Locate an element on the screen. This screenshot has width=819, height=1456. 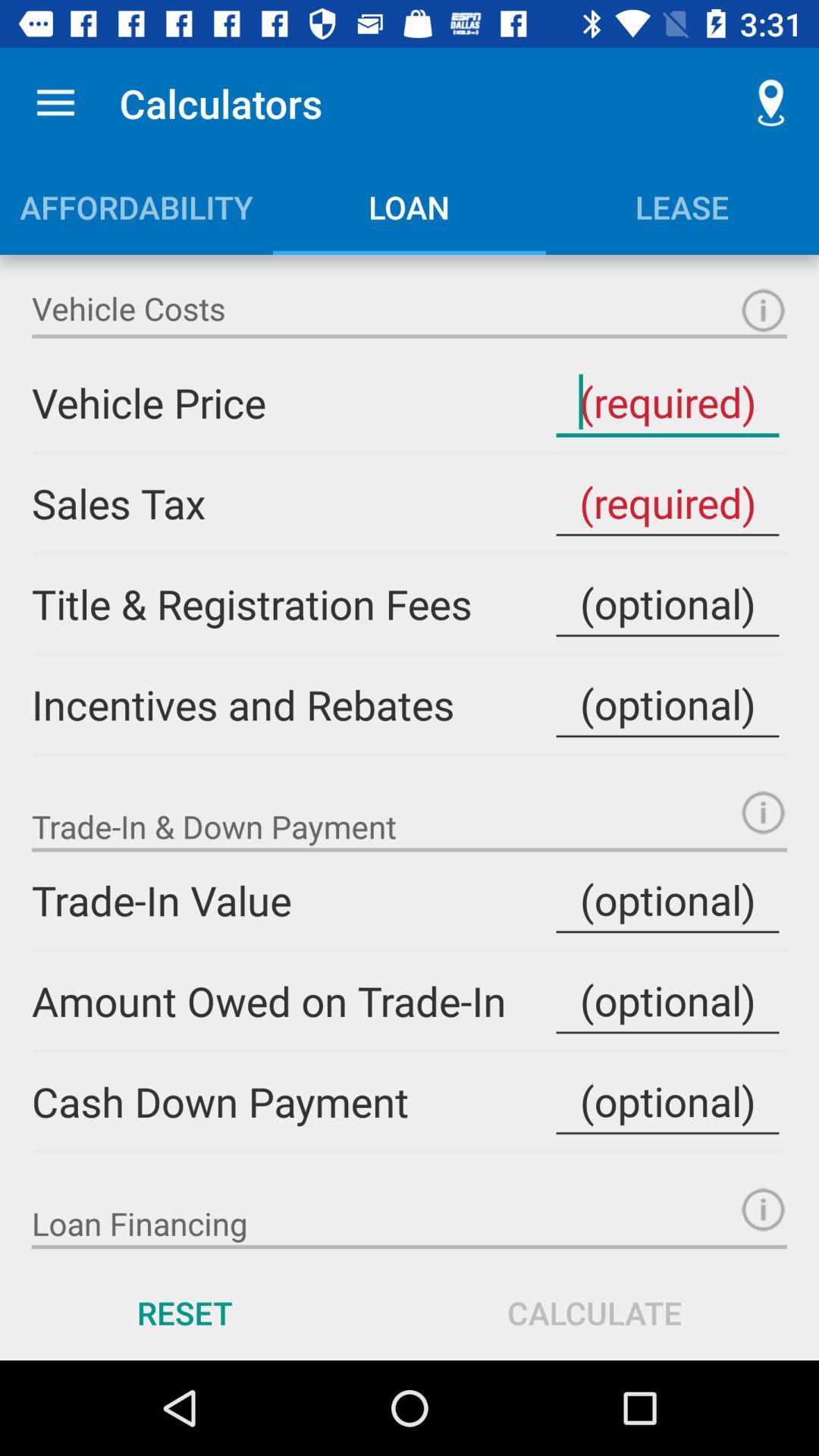
incentives is located at coordinates (667, 704).